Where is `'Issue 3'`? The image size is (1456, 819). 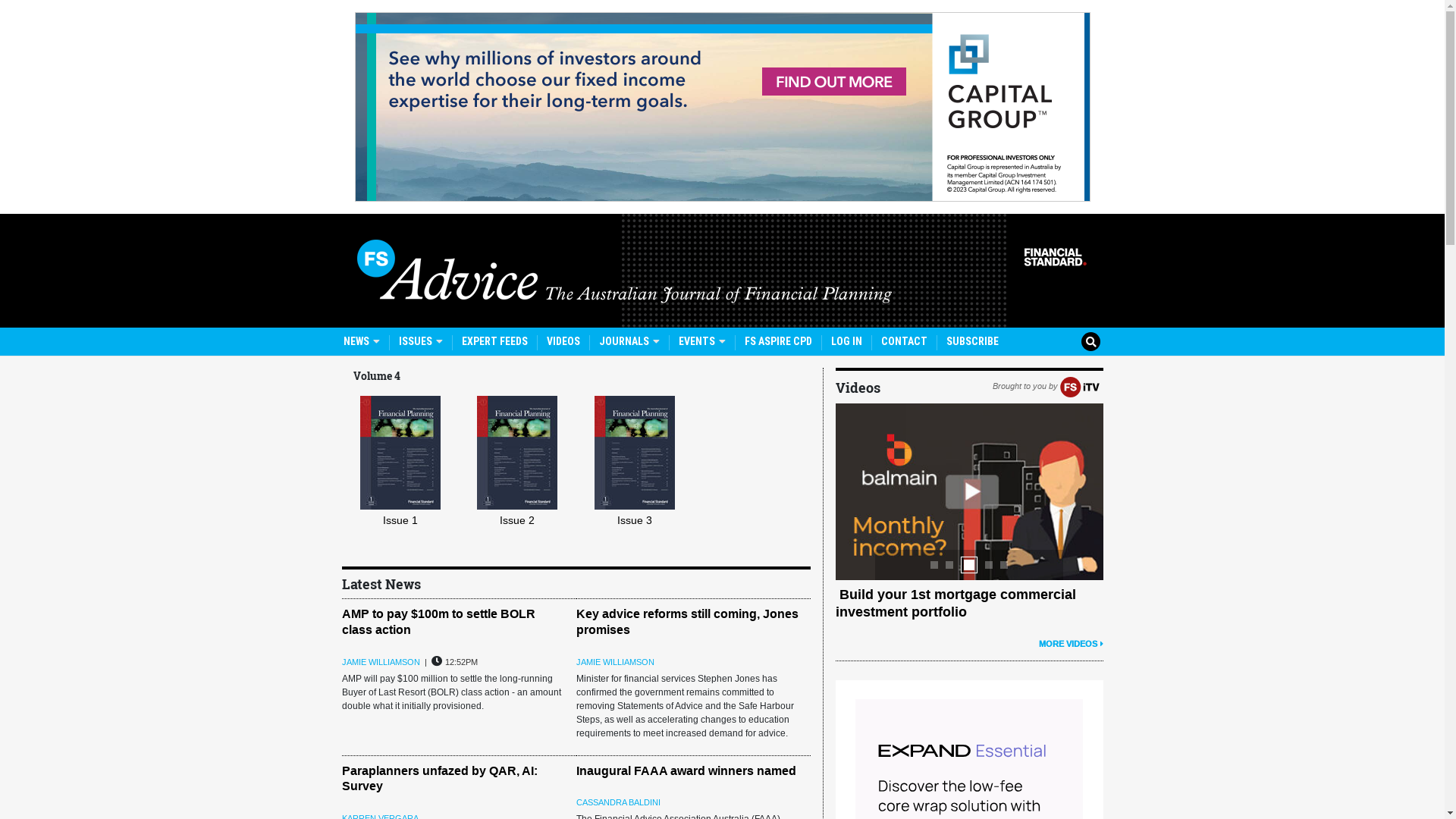 'Issue 3' is located at coordinates (642, 485).